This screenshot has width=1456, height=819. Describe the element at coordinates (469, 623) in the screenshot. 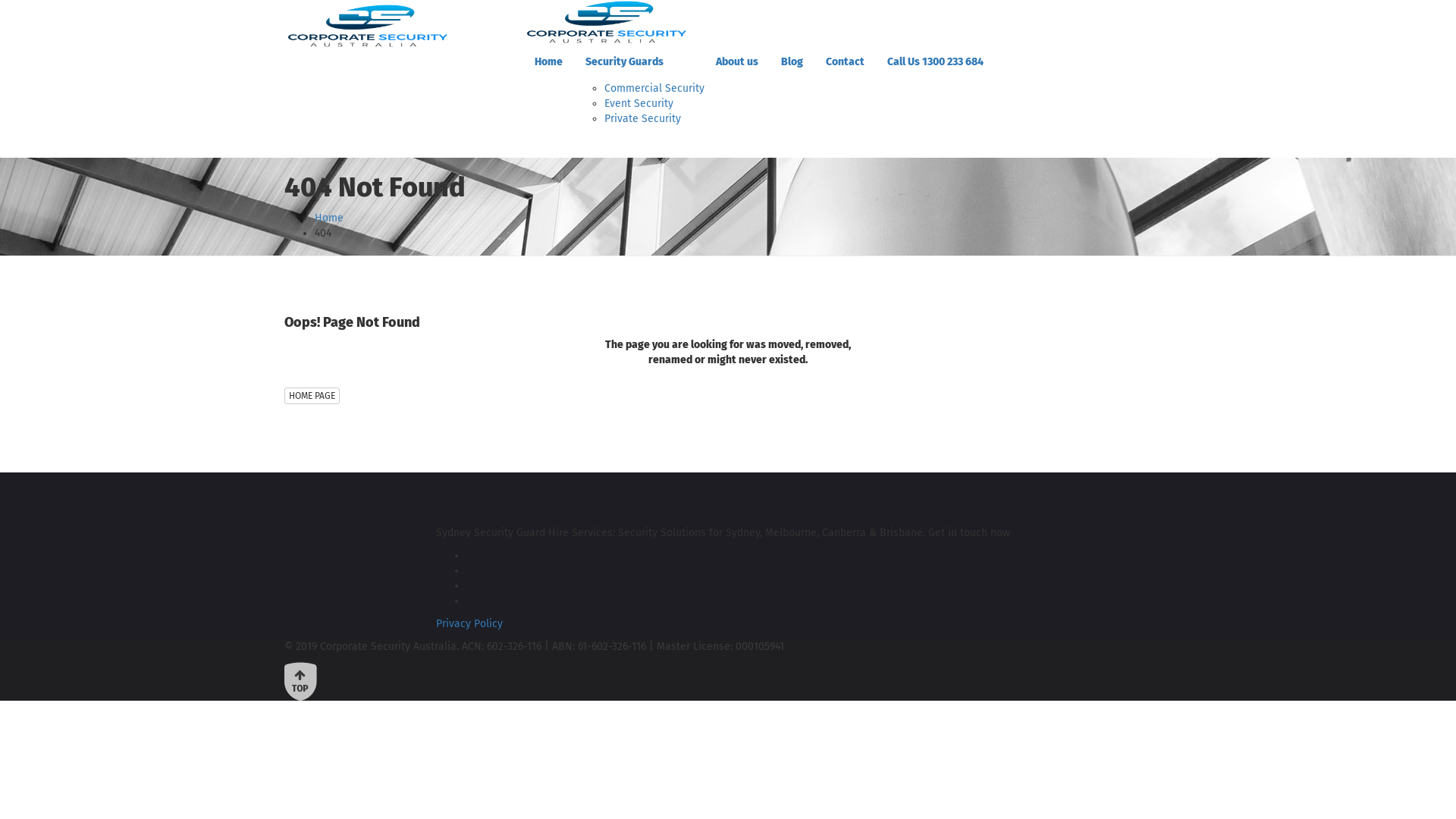

I see `'Privacy Policy'` at that location.